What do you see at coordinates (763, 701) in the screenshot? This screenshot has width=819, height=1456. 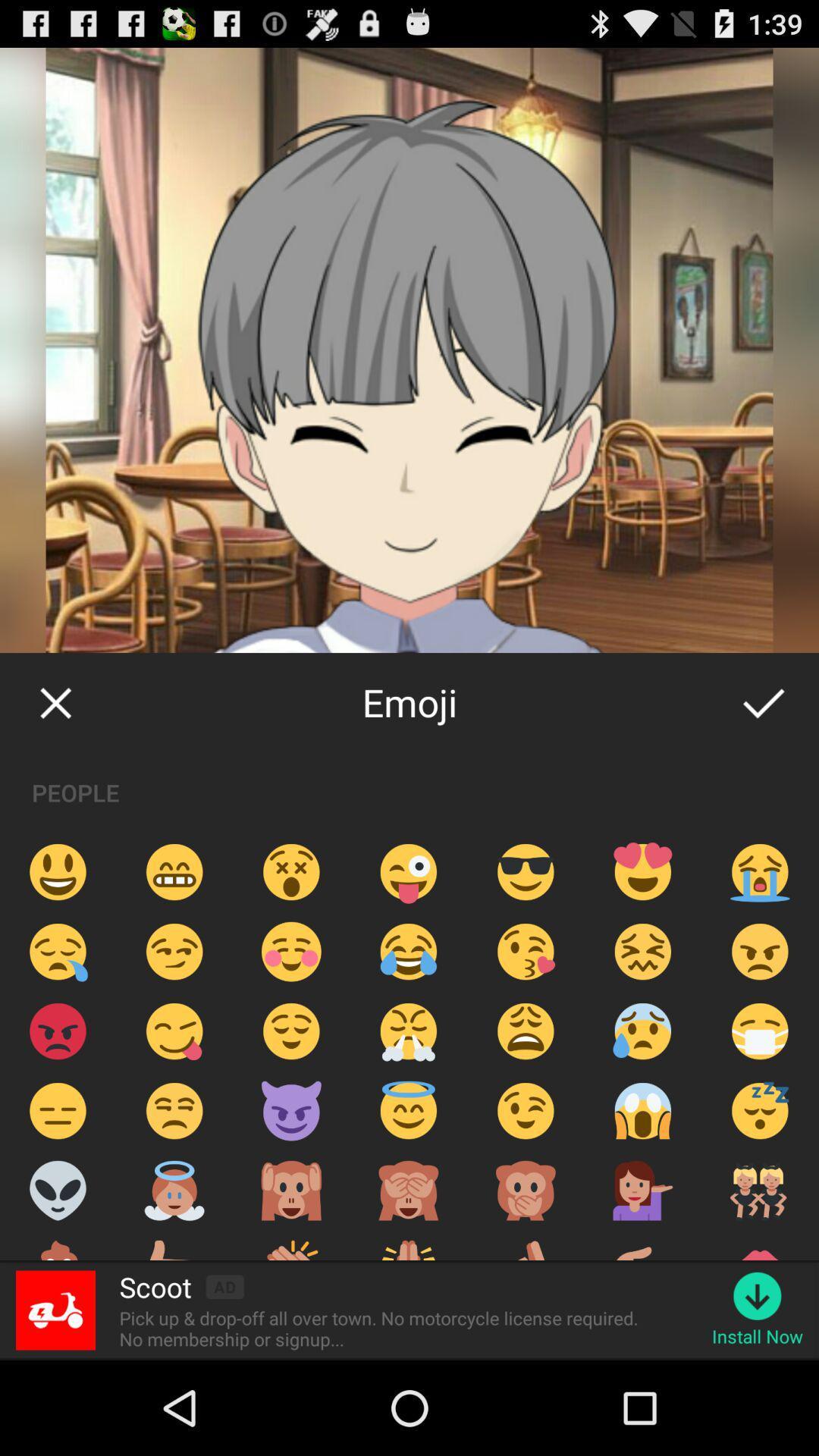 I see `icon above people` at bounding box center [763, 701].